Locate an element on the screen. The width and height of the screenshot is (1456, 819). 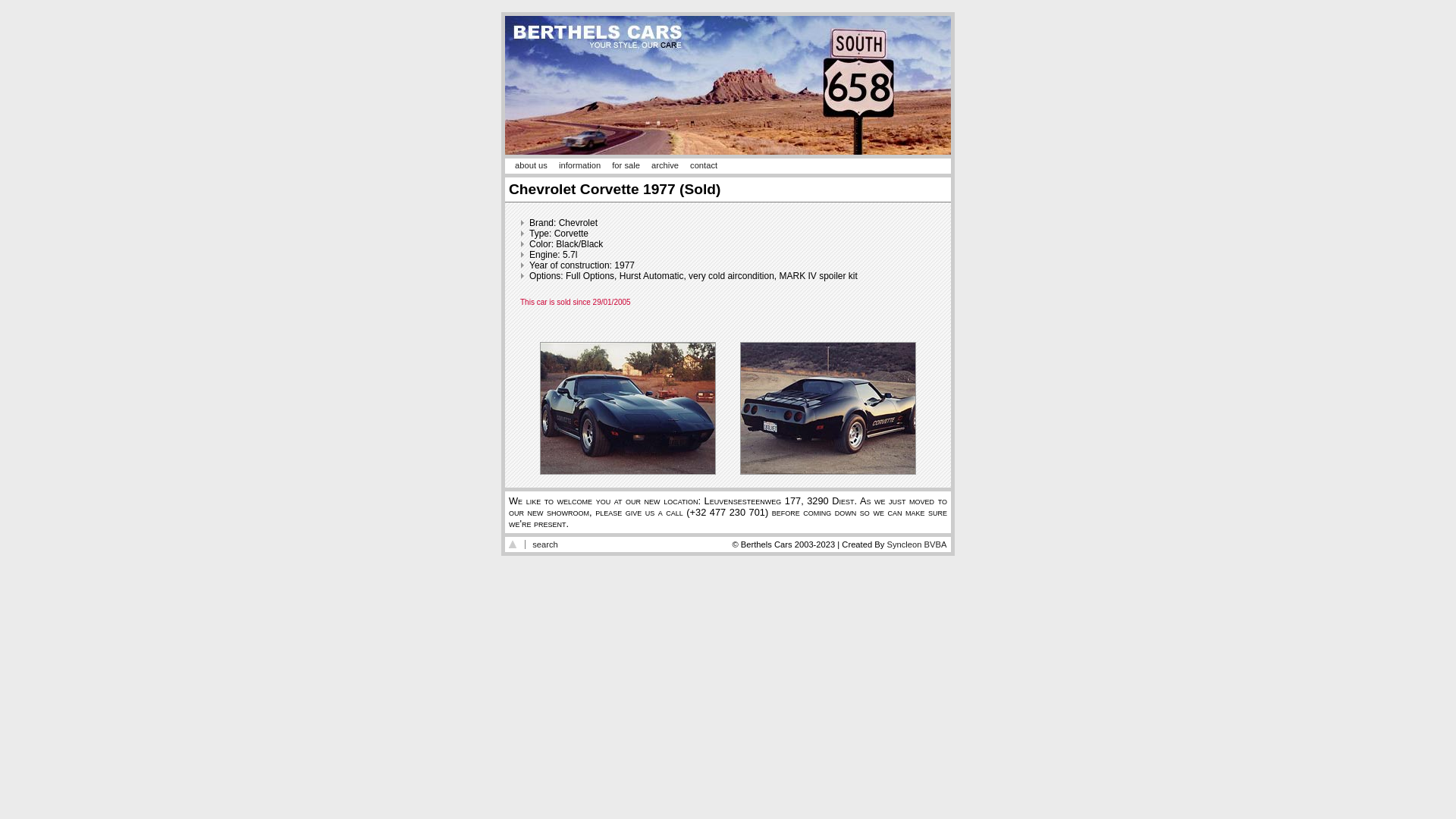
'Go to the top of the page' is located at coordinates (513, 544).